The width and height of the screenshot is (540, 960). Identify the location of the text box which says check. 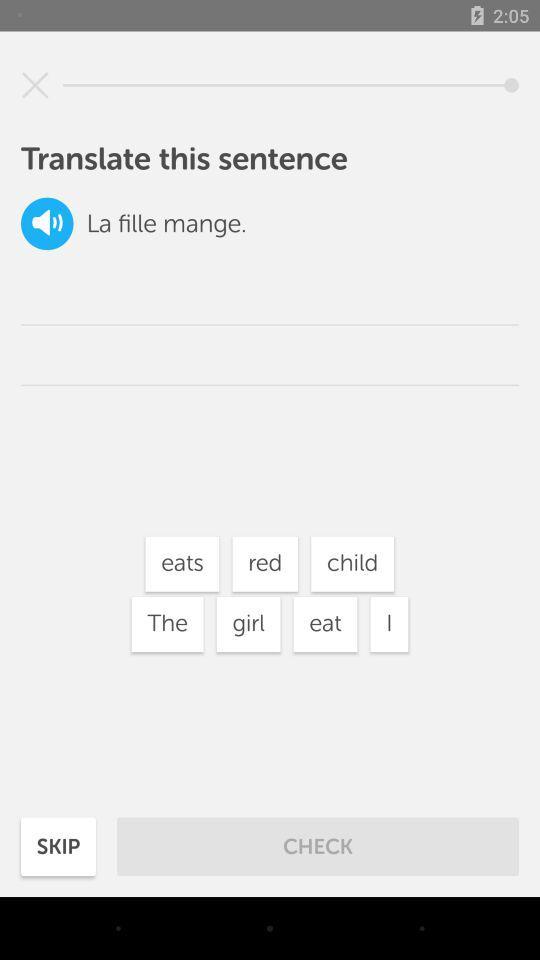
(318, 846).